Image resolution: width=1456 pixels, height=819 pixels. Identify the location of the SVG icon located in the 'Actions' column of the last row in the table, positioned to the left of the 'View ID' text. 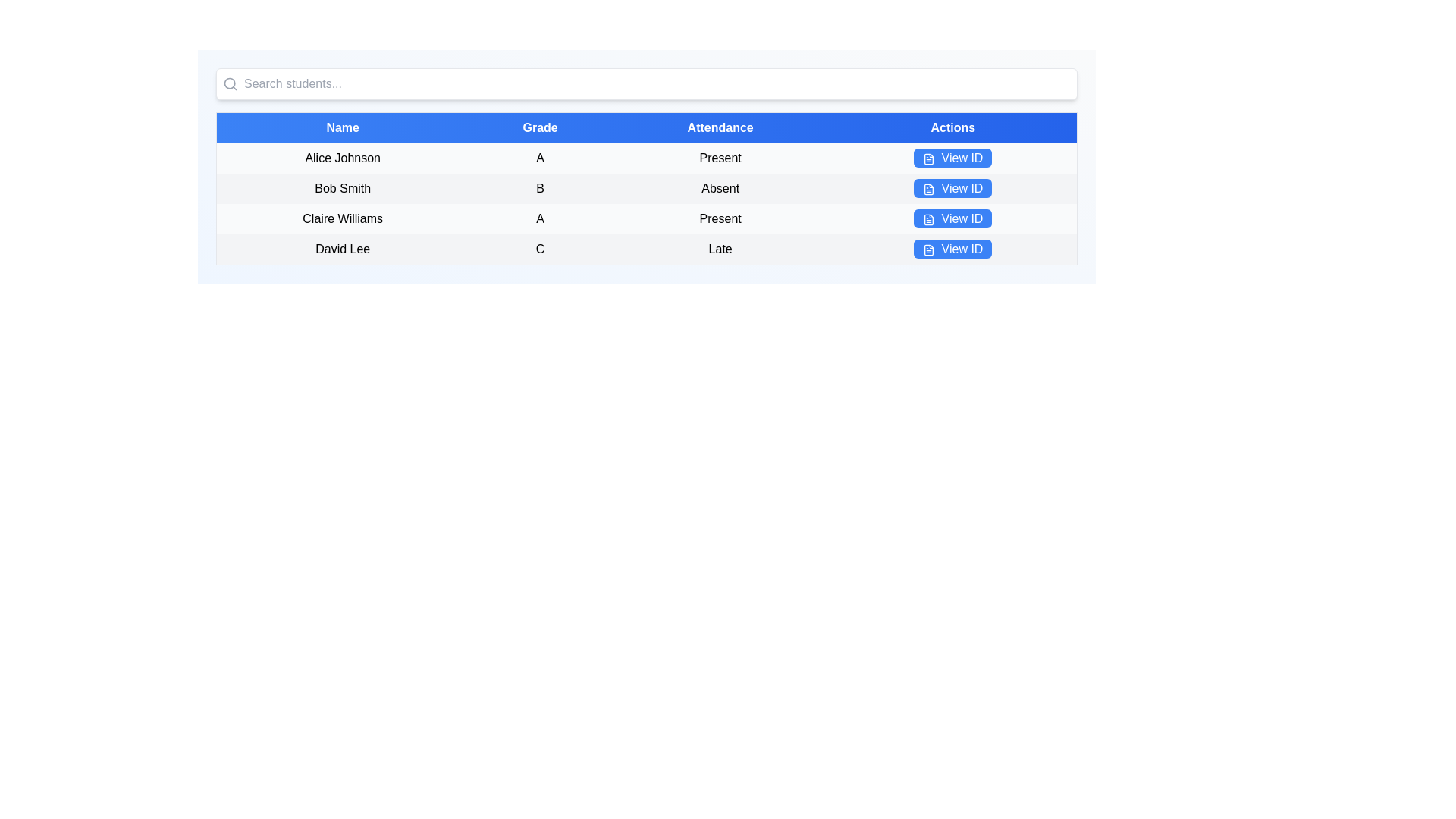
(928, 249).